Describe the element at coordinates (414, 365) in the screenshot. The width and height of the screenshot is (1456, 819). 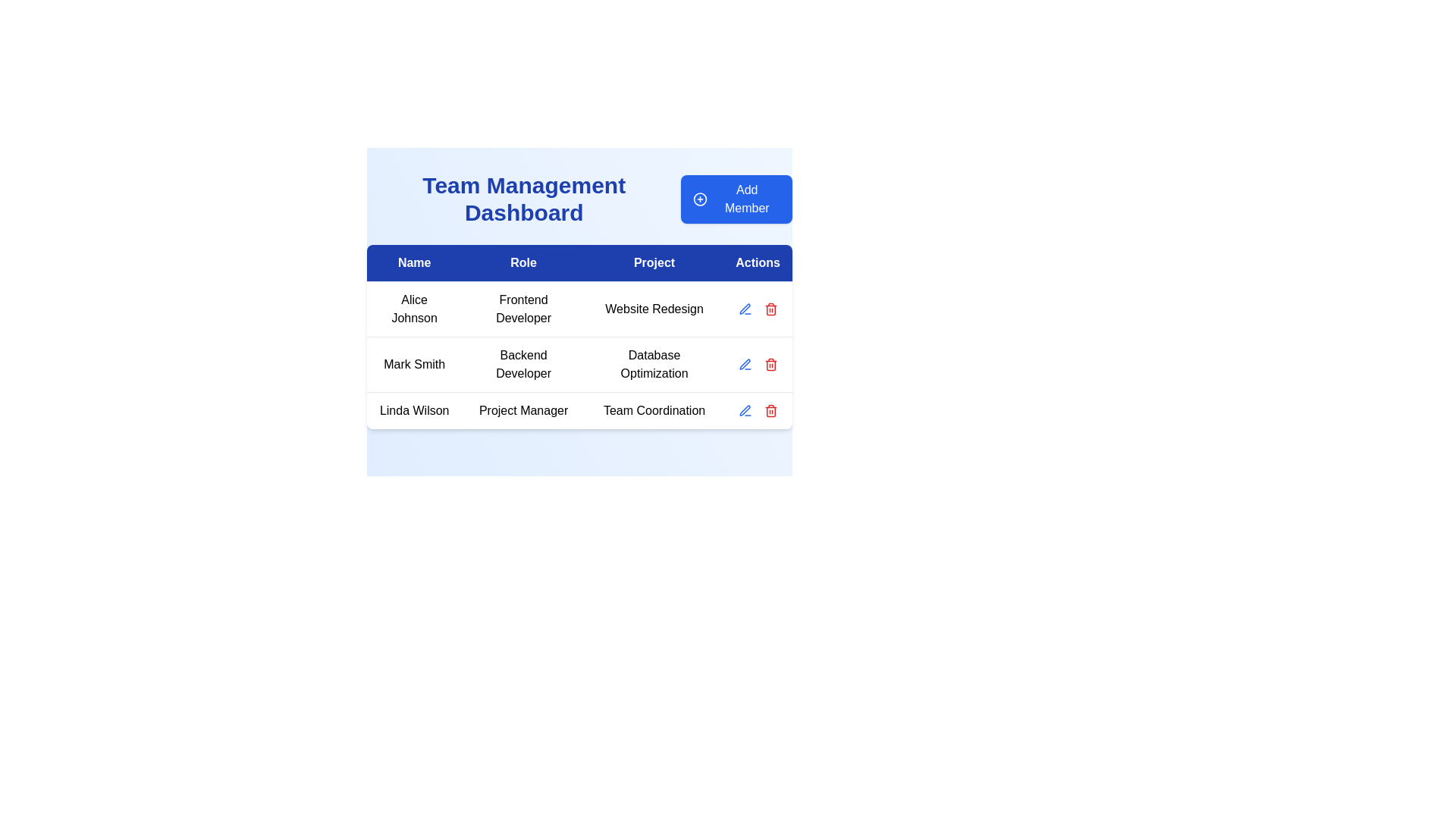
I see `name displayed on the text label representing a team member in the second row of the team management dashboard` at that location.